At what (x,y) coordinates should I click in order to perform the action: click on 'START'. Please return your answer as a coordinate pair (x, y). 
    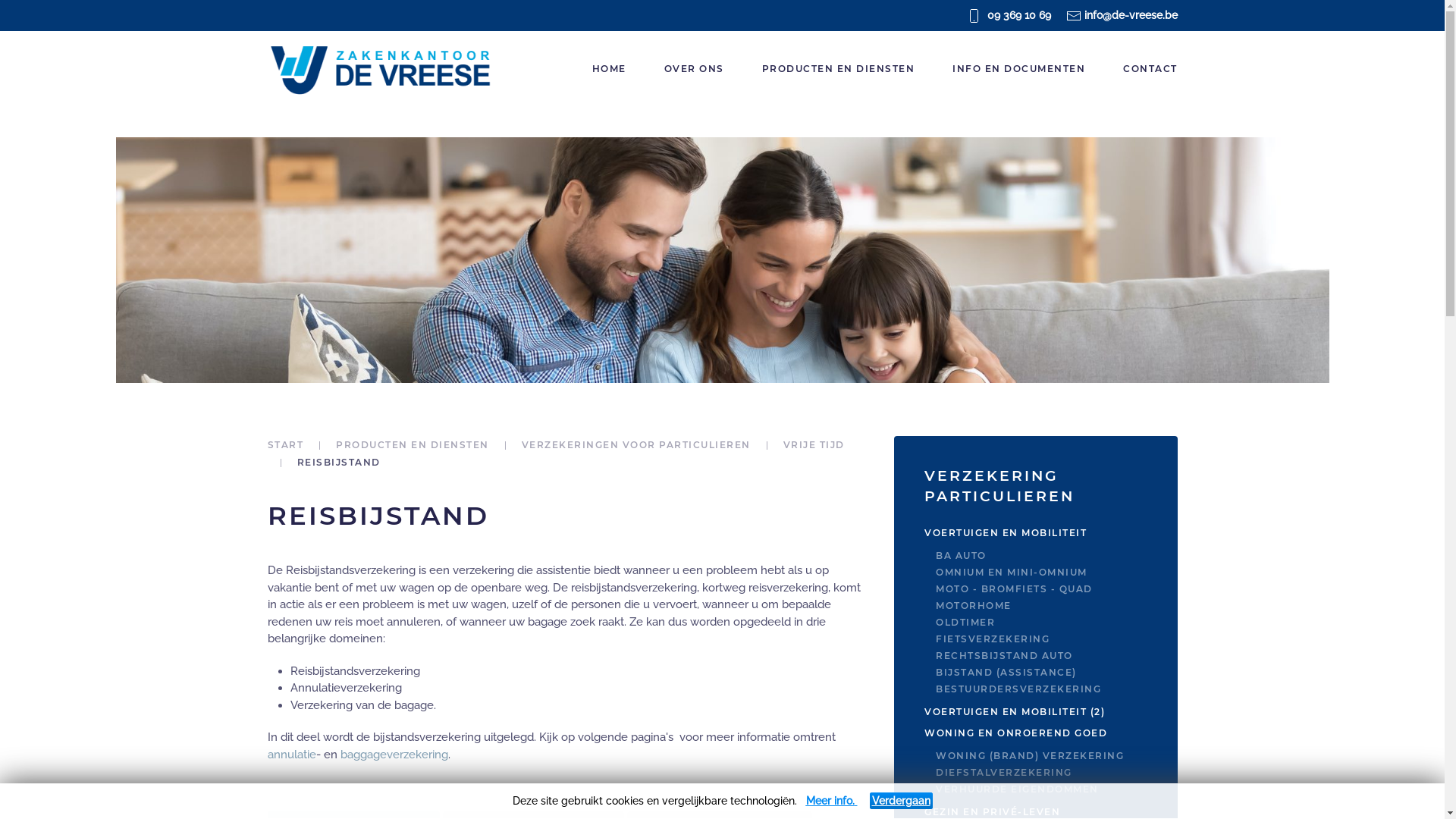
    Looking at the image, I should click on (284, 444).